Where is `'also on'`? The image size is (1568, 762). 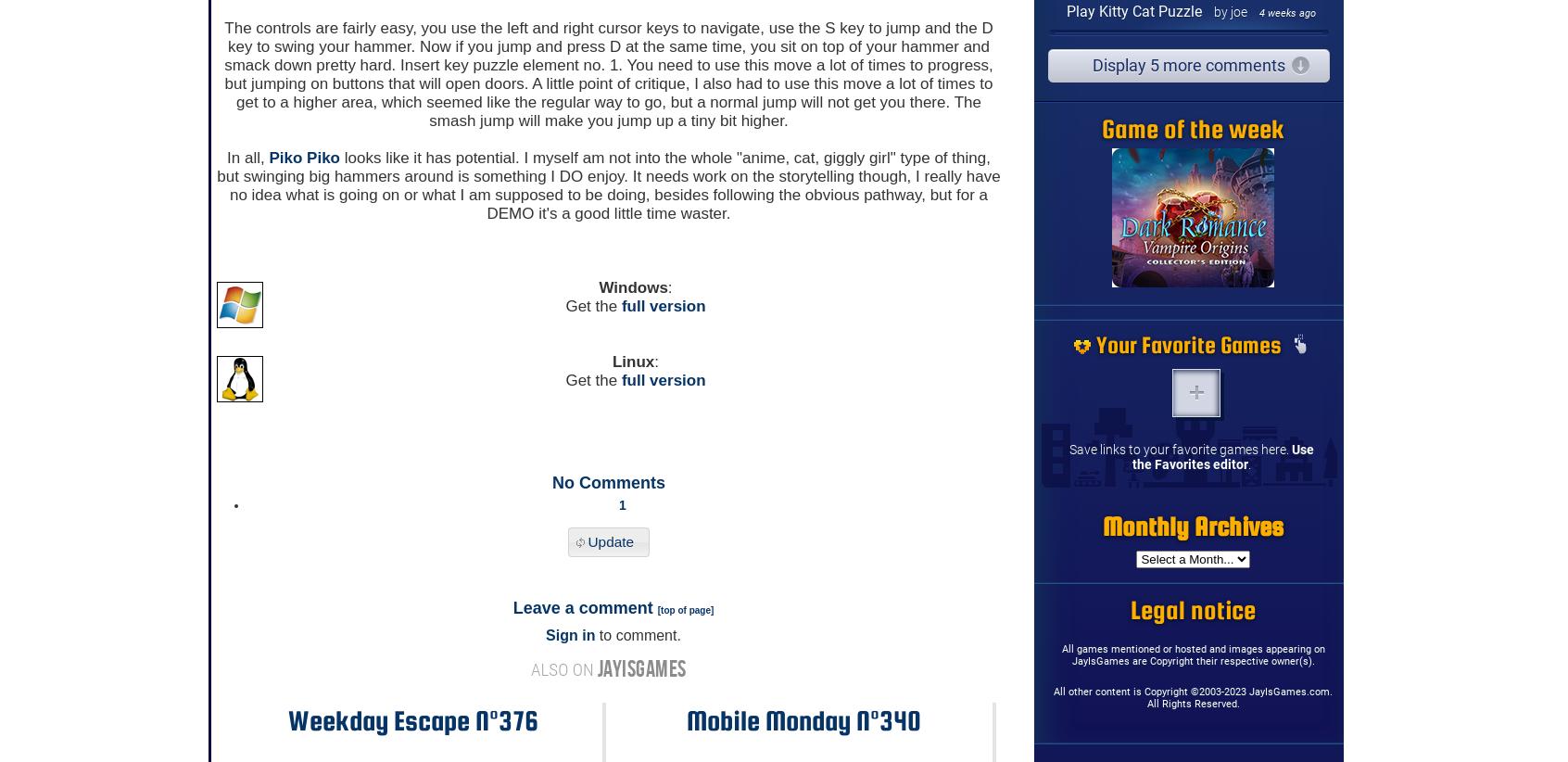
'also on' is located at coordinates (563, 669).